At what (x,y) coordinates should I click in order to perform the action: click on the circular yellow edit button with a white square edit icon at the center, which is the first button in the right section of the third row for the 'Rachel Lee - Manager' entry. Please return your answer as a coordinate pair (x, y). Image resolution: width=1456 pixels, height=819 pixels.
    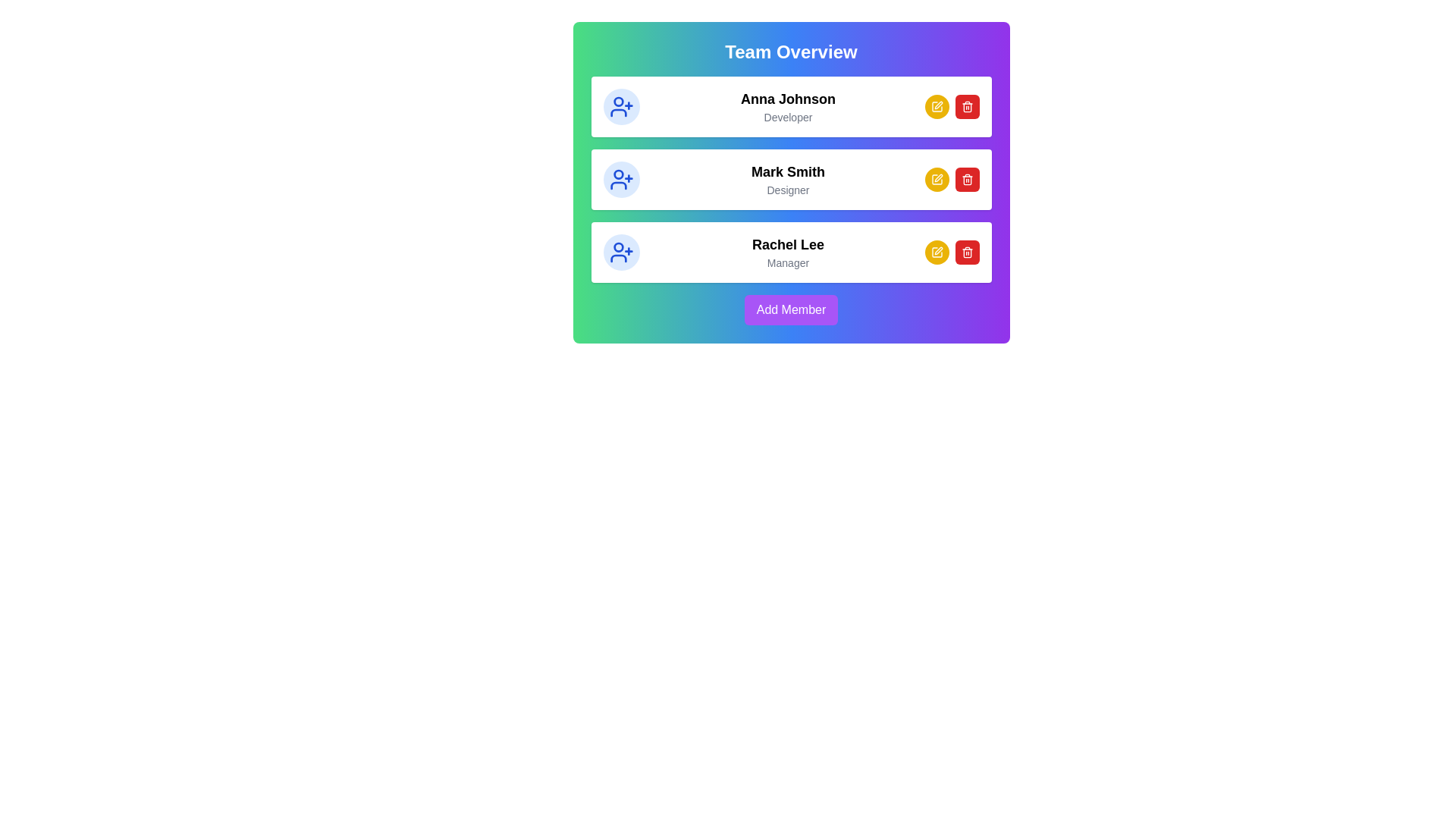
    Looking at the image, I should click on (936, 251).